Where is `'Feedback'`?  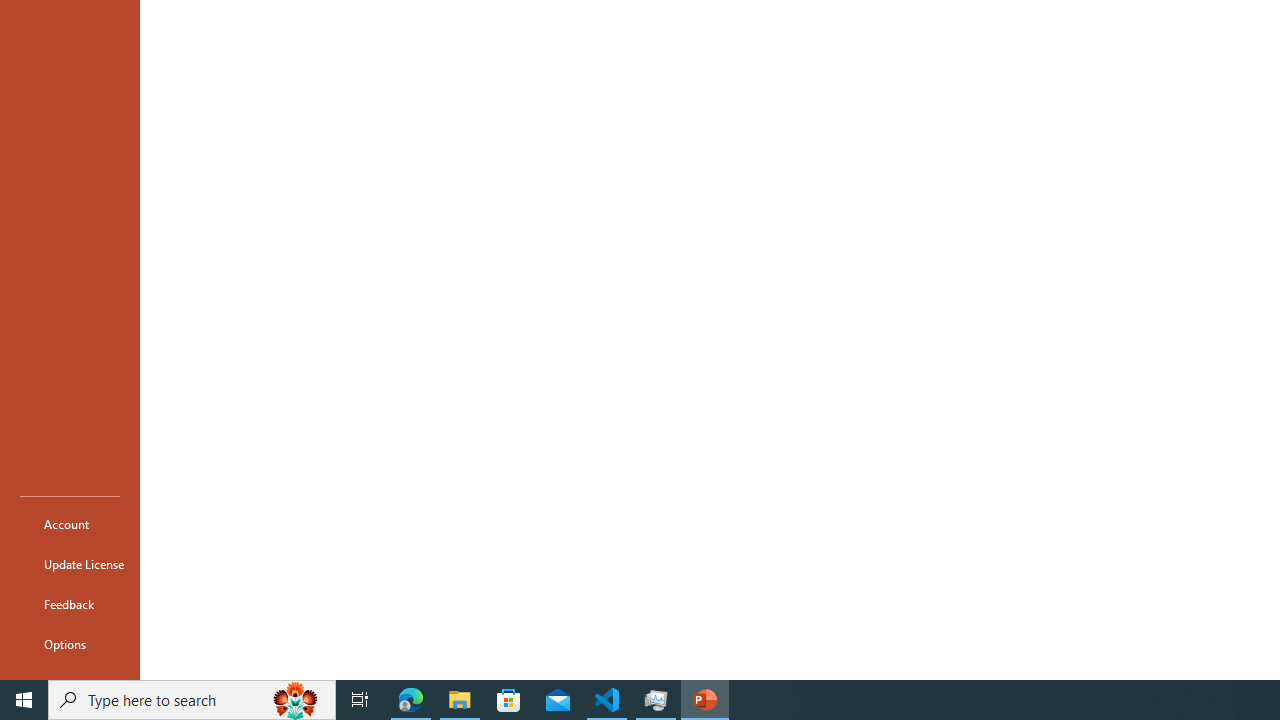
'Feedback' is located at coordinates (69, 603).